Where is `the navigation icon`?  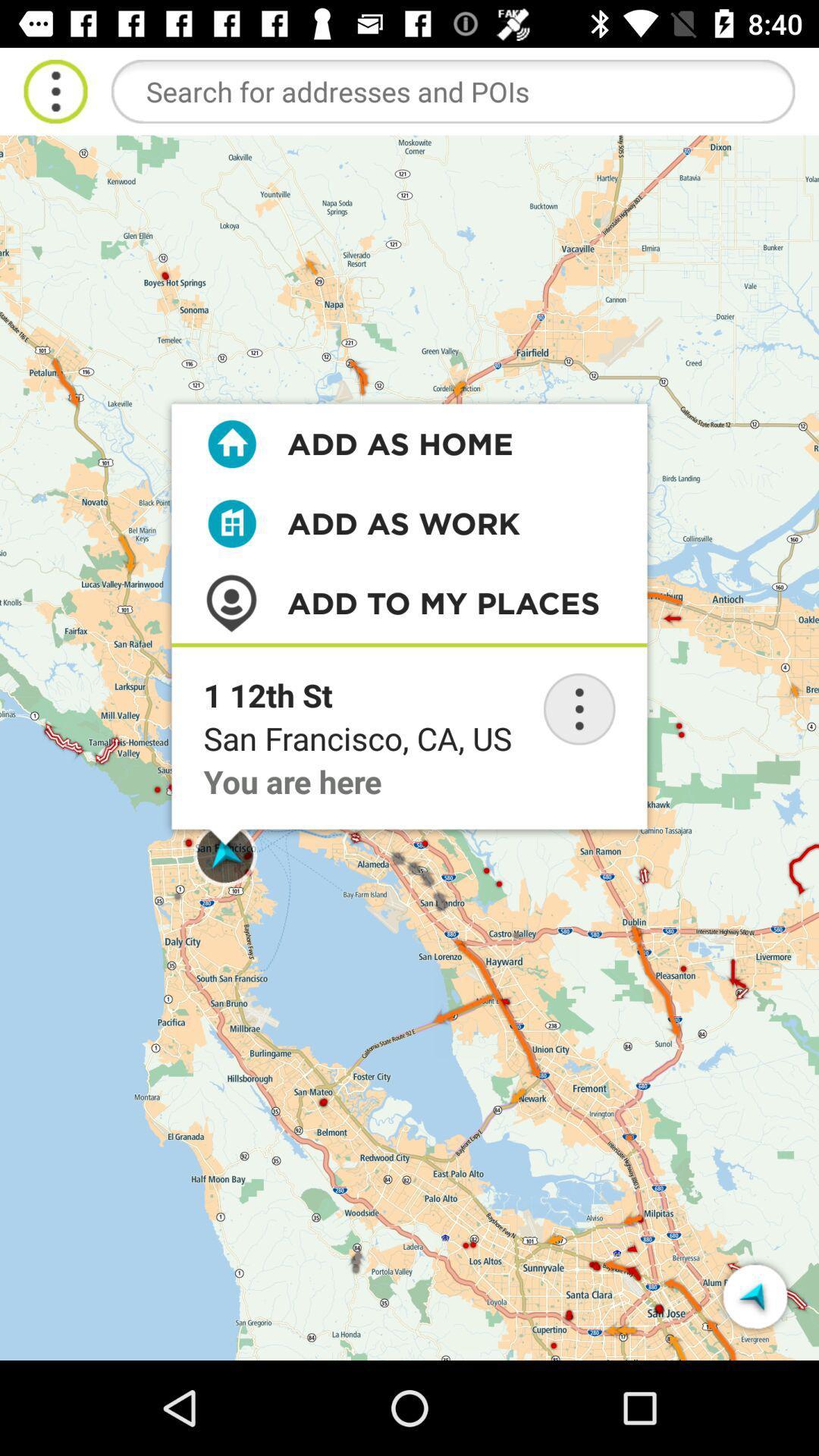 the navigation icon is located at coordinates (755, 1295).